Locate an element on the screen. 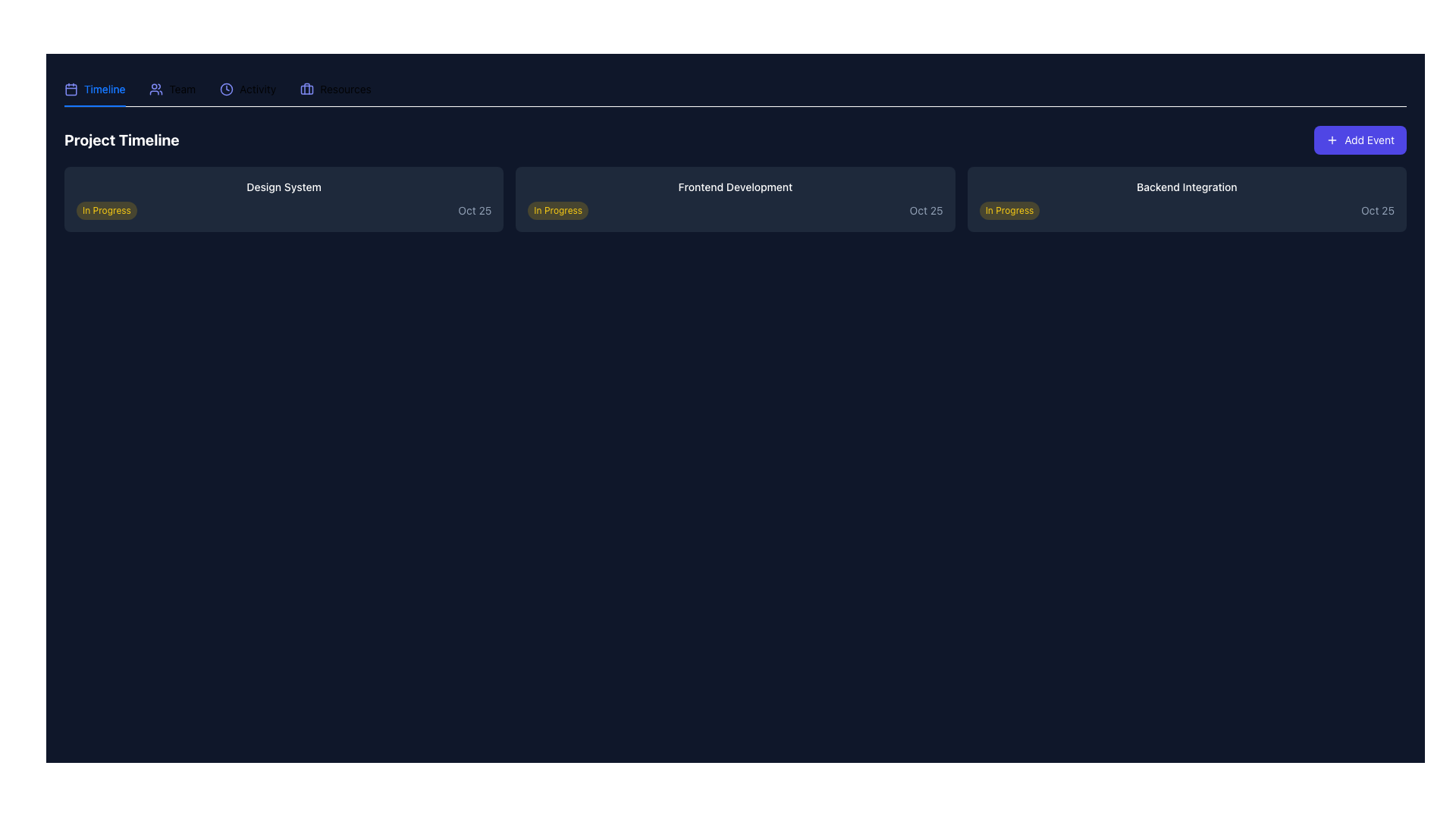  the button containing the SVG-based icon in the top right corner before the 'Add Event' text is located at coordinates (1332, 140).